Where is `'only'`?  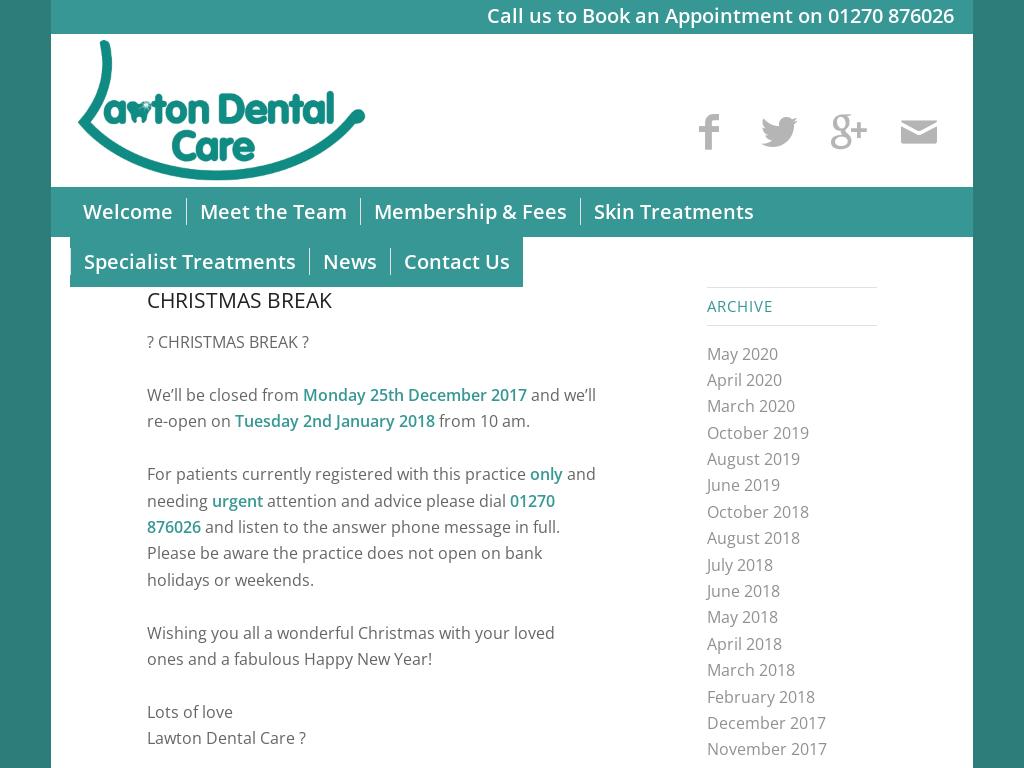 'only' is located at coordinates (546, 473).